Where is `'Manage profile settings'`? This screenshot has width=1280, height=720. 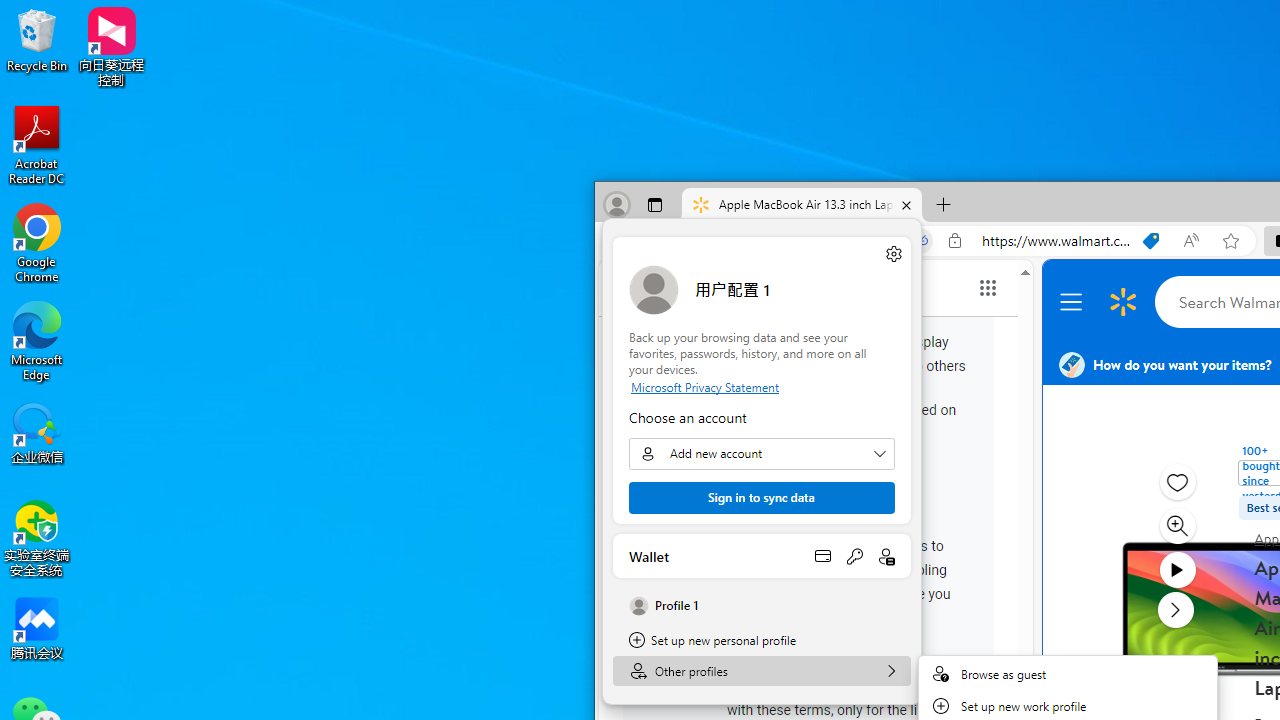
'Manage profile settings' is located at coordinates (893, 252).